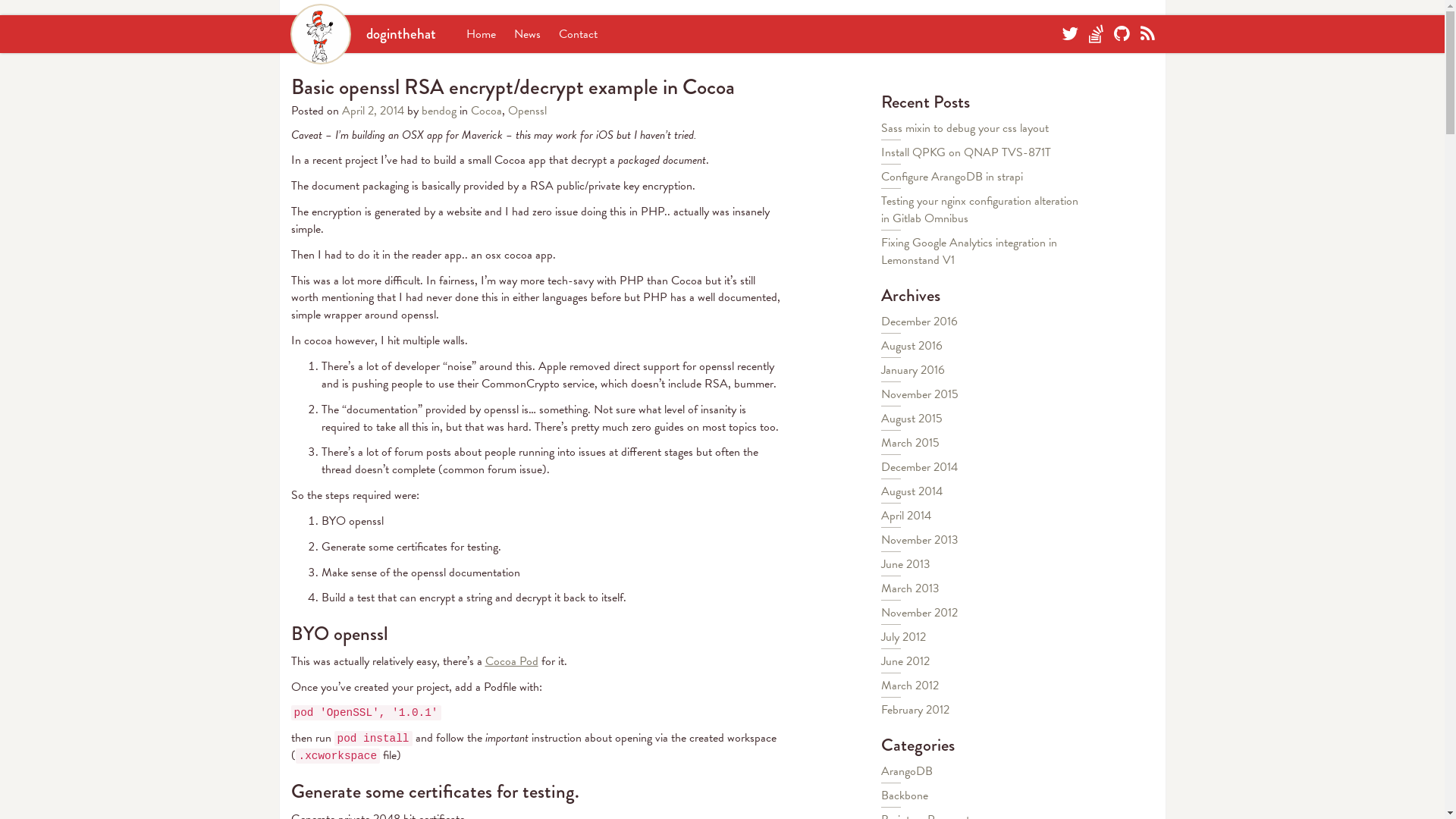  Describe the element at coordinates (910, 587) in the screenshot. I see `'March 2013'` at that location.